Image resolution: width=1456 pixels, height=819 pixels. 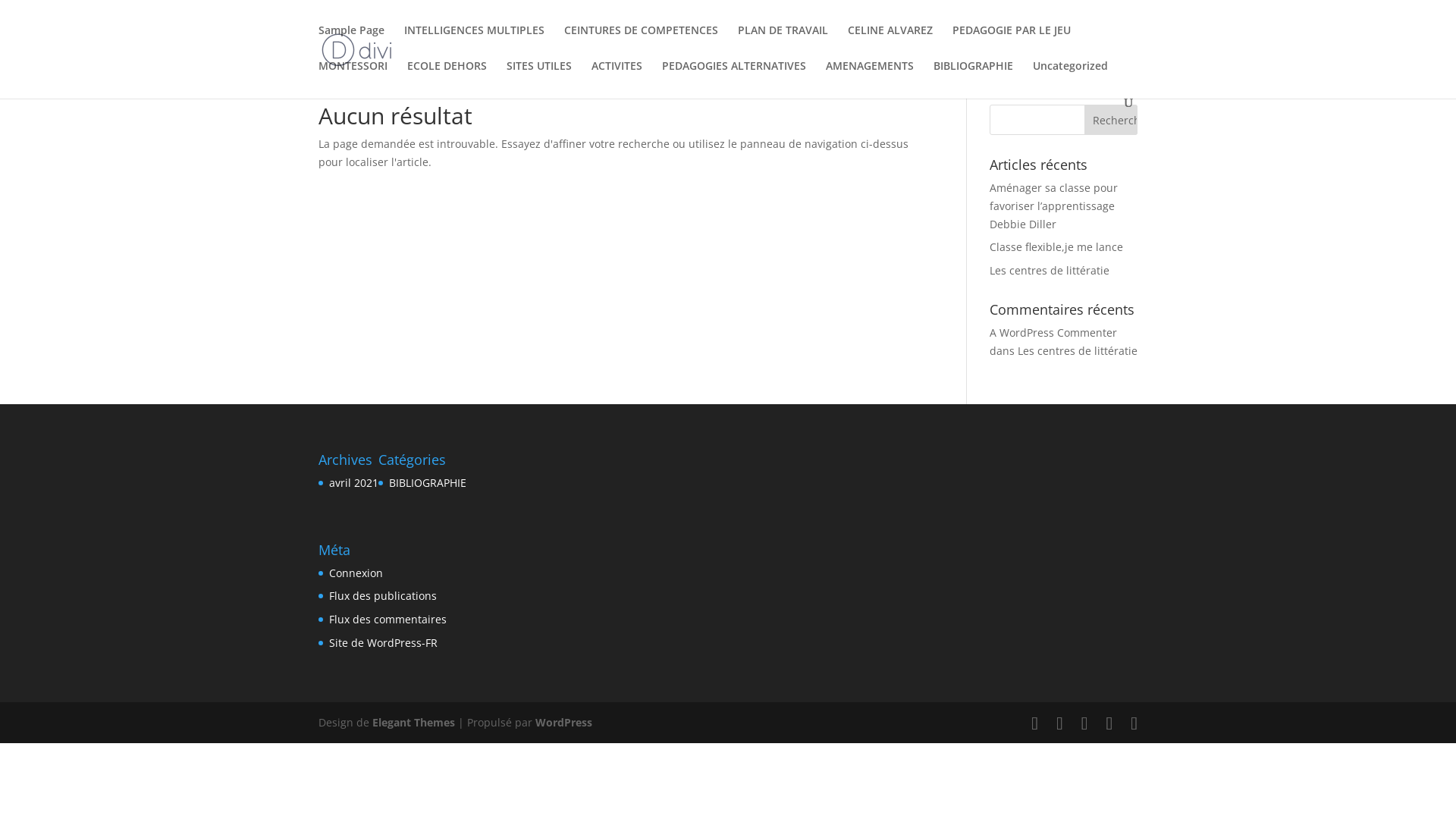 What do you see at coordinates (641, 42) in the screenshot?
I see `'CEINTURES DE COMPETENCES'` at bounding box center [641, 42].